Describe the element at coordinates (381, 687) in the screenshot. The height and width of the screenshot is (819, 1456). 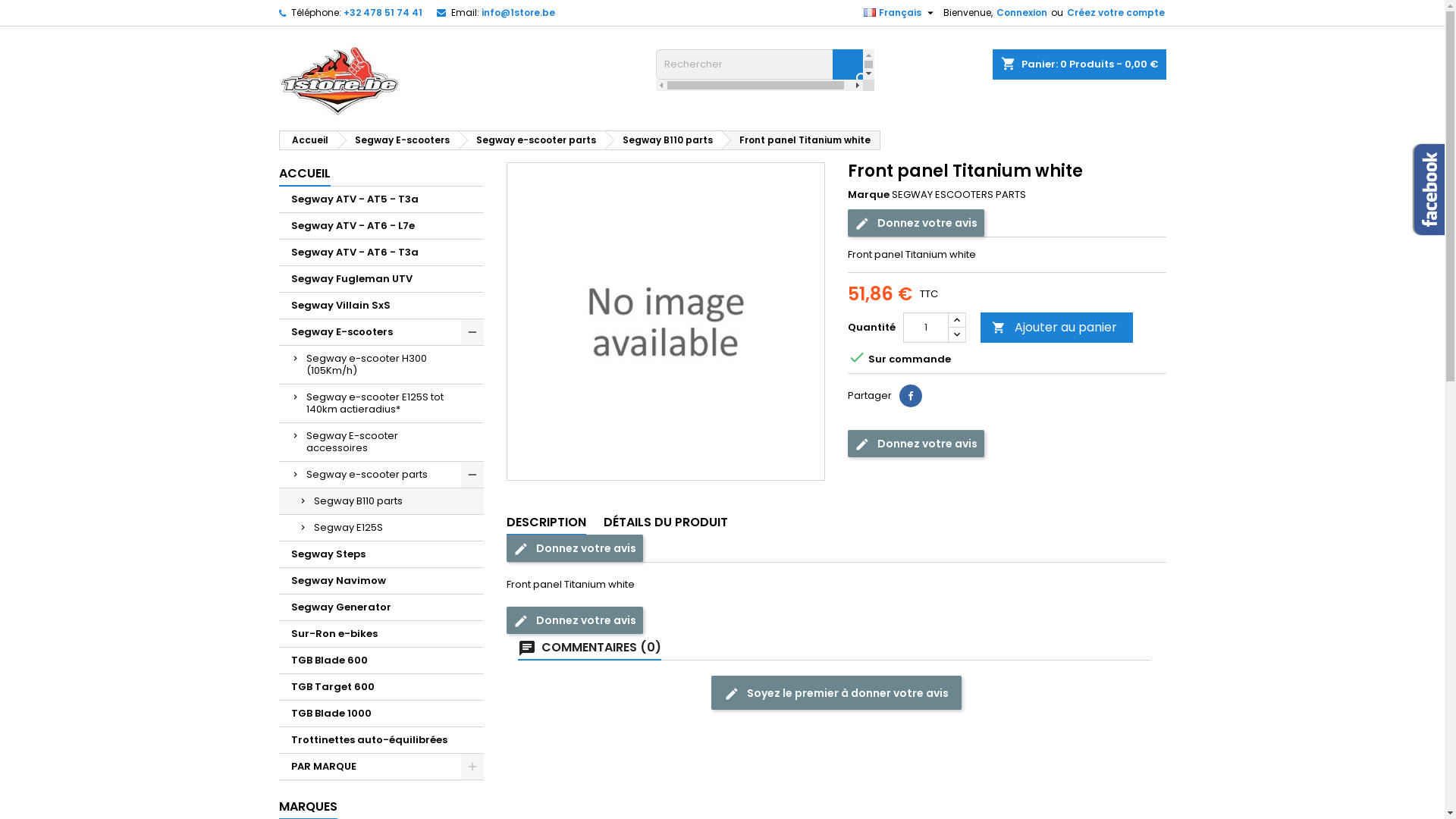
I see `'TGB Target 600'` at that location.